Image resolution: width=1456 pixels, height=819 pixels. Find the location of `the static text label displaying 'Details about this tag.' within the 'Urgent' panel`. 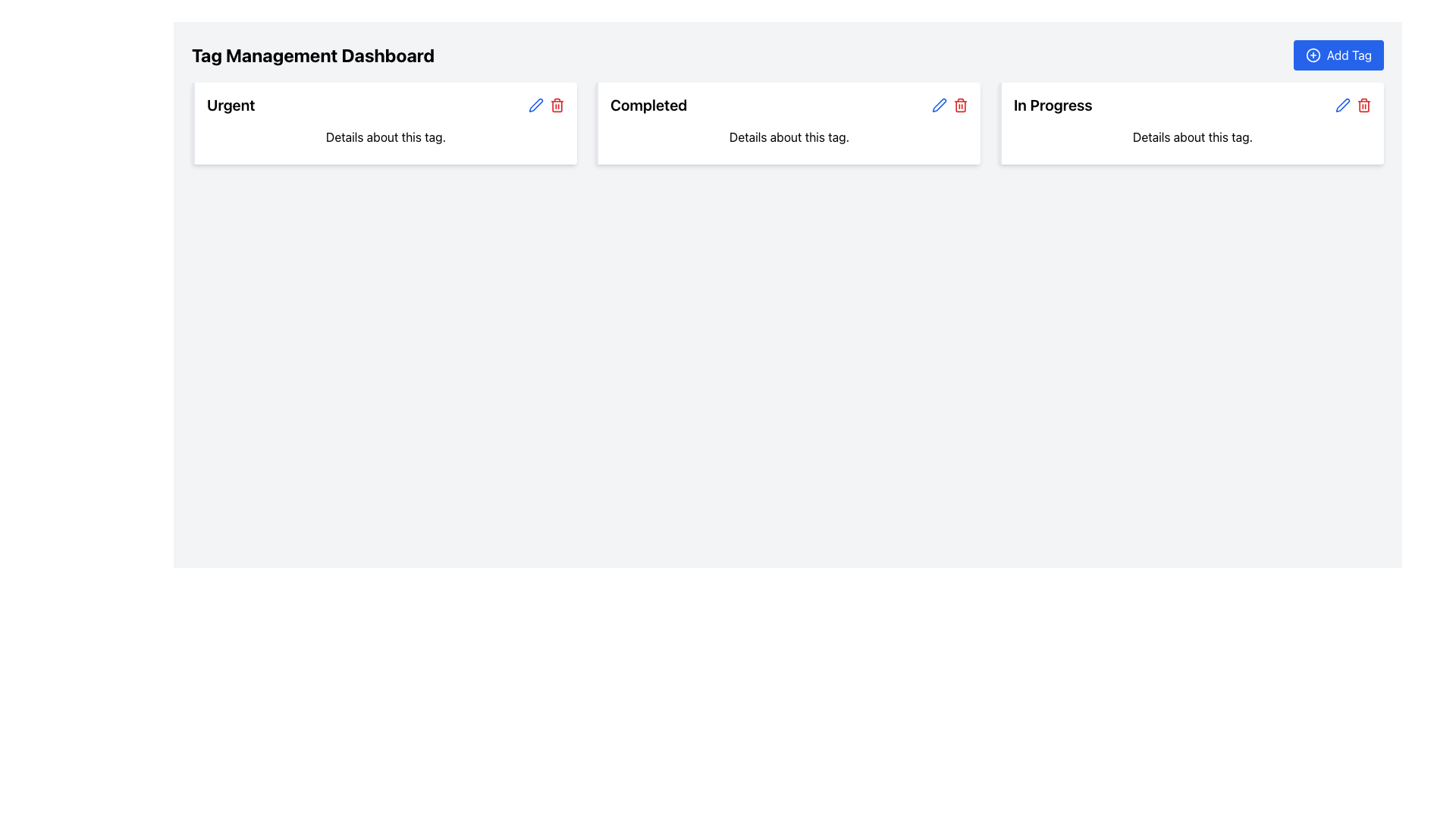

the static text label displaying 'Details about this tag.' within the 'Urgent' panel is located at coordinates (385, 137).